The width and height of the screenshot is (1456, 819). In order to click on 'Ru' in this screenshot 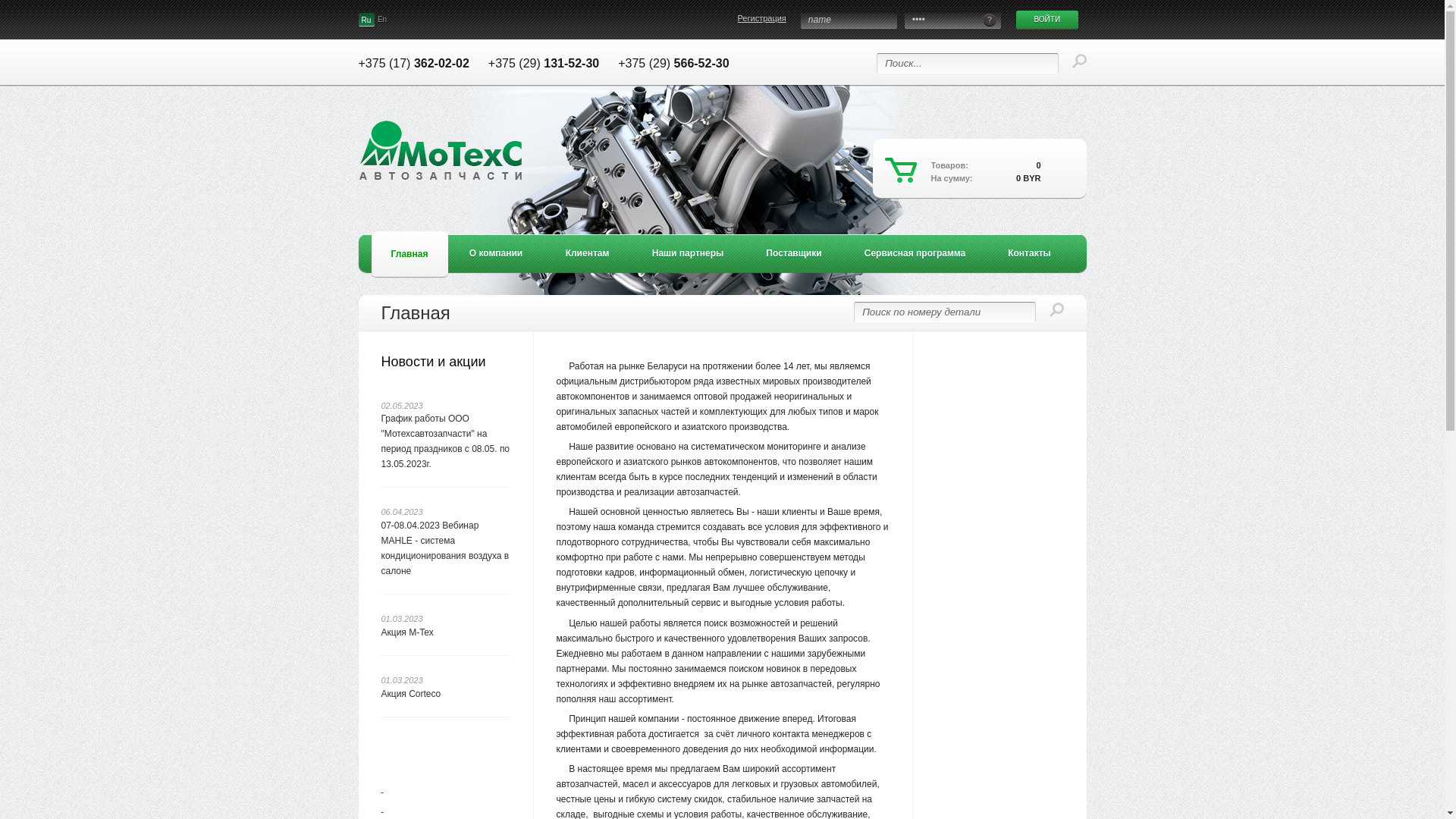, I will do `click(366, 19)`.